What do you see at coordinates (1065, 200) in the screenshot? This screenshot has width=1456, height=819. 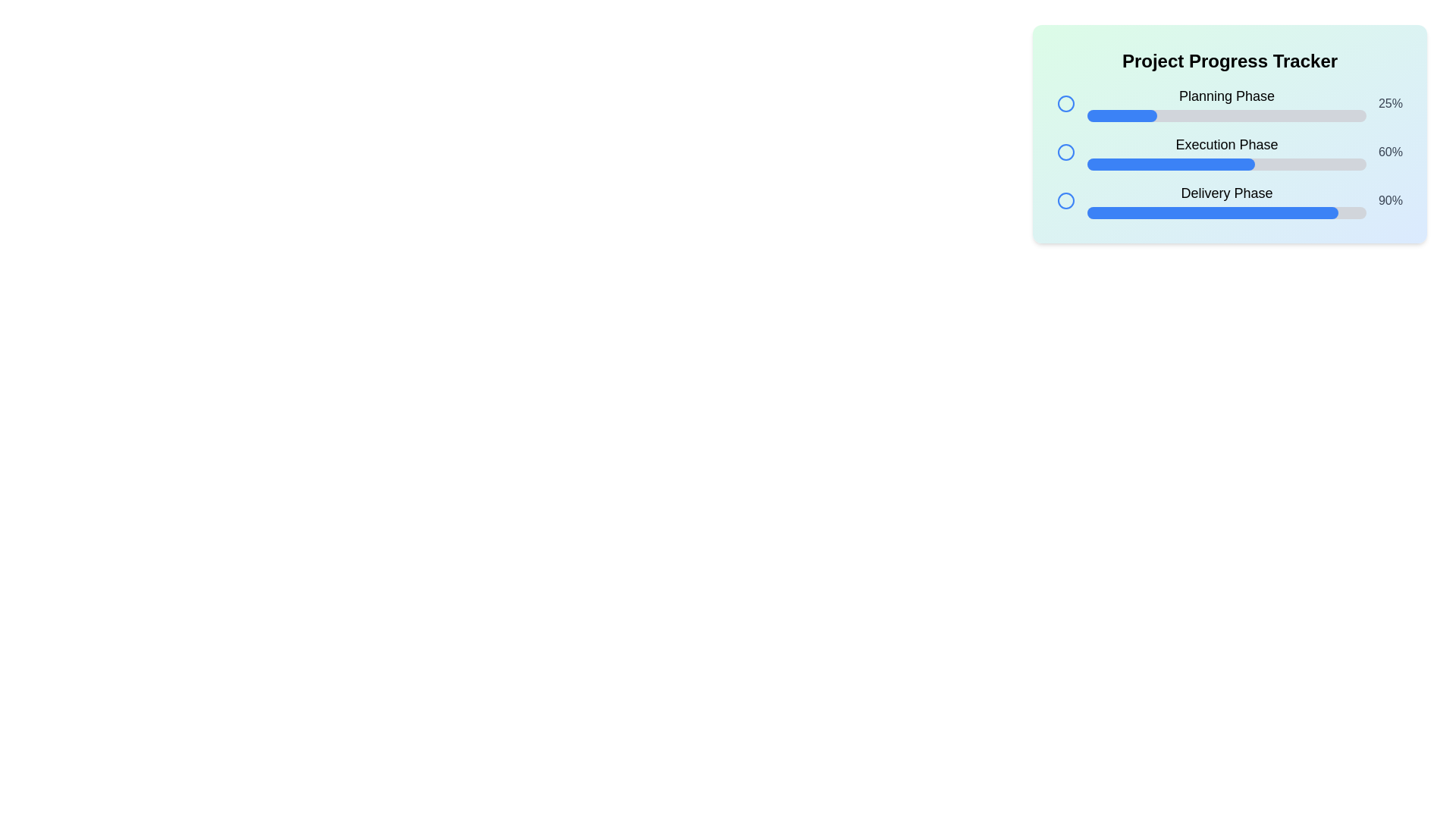 I see `the circular radio button with a blue outline located` at bounding box center [1065, 200].